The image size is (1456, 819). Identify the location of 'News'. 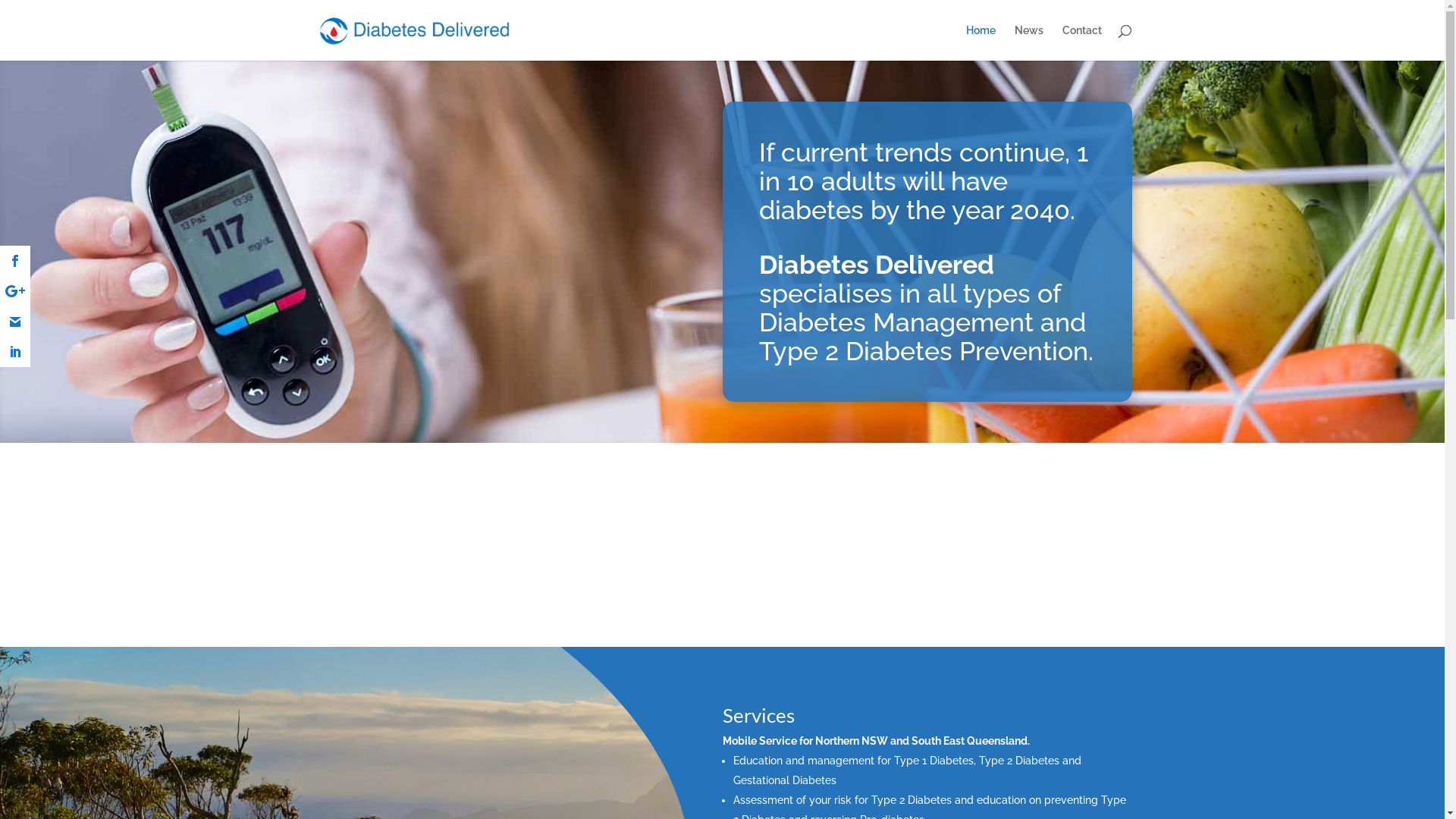
(1029, 42).